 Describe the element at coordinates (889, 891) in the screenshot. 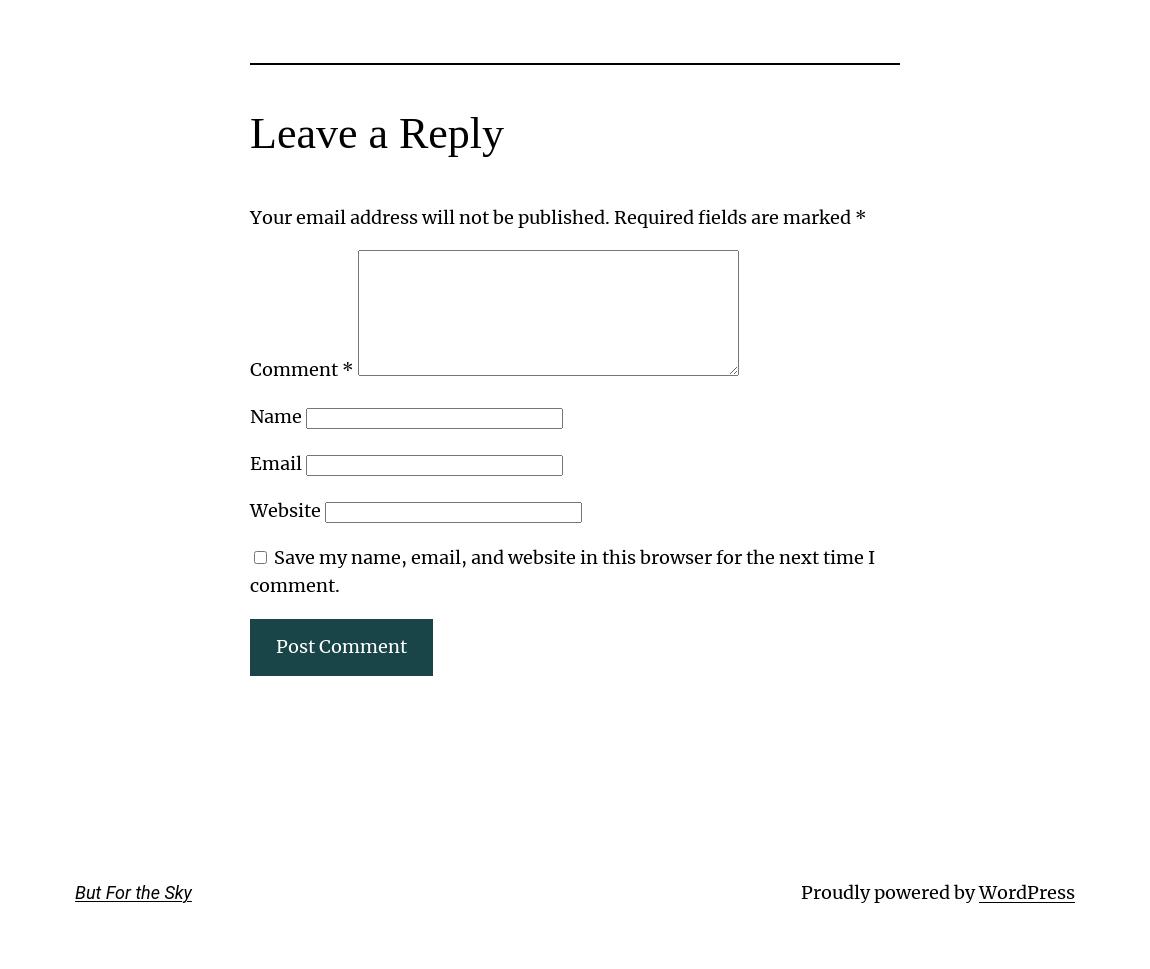

I see `'Proudly powered by'` at that location.